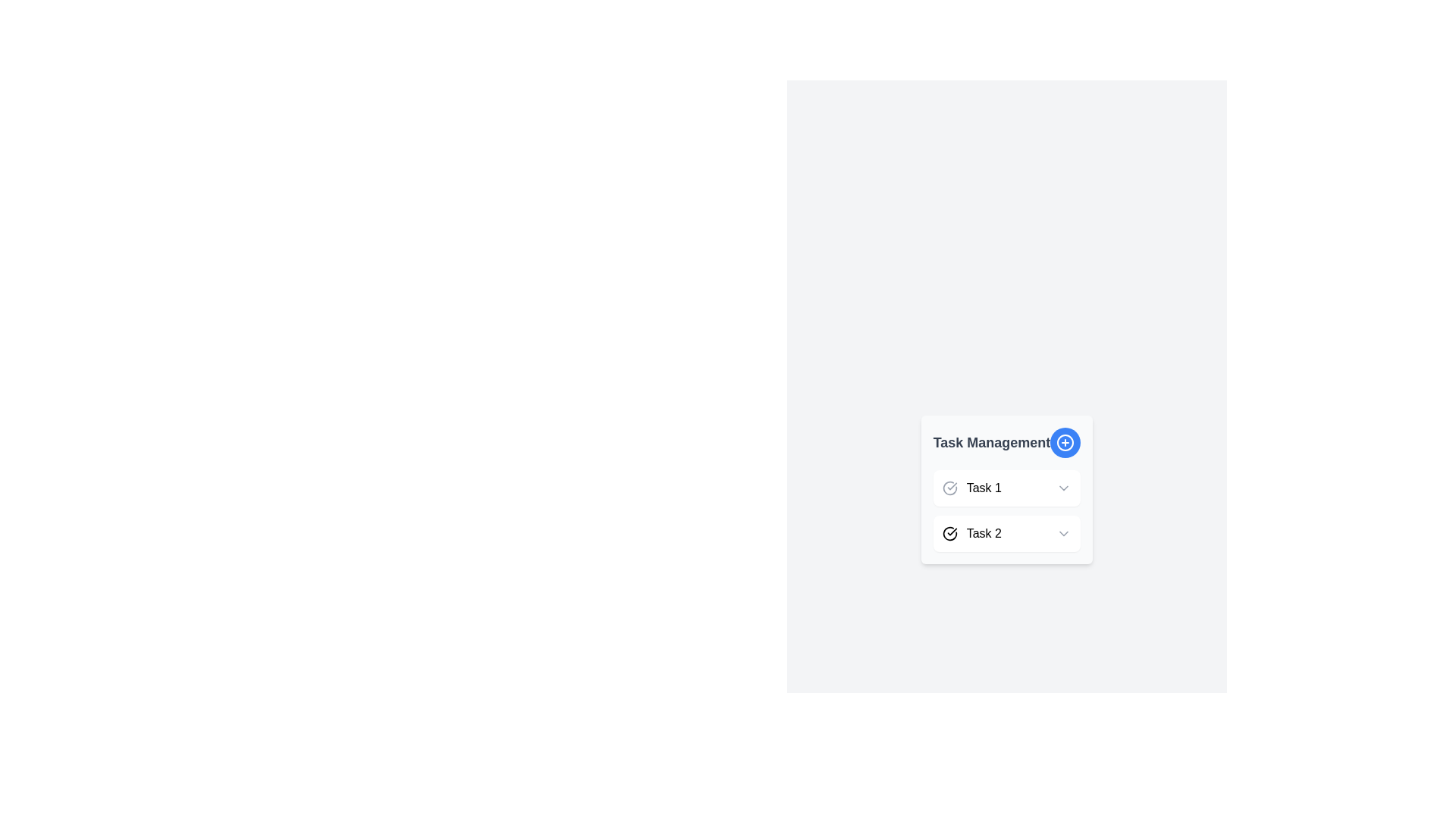 This screenshot has width=1456, height=819. What do you see at coordinates (1063, 488) in the screenshot?
I see `the chevron button located on the right-hand side of the 'Task 1' text` at bounding box center [1063, 488].